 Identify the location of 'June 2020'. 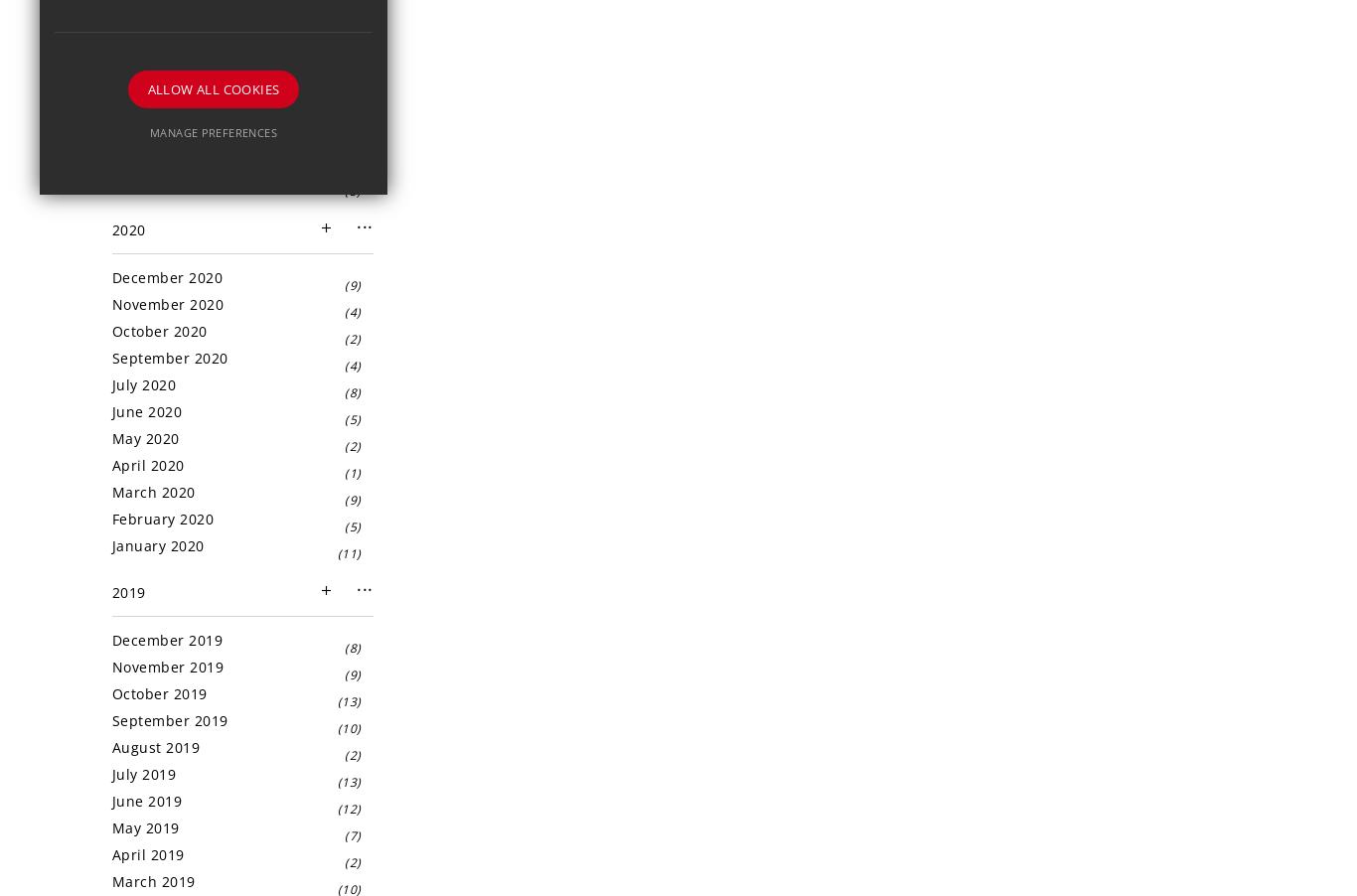
(111, 411).